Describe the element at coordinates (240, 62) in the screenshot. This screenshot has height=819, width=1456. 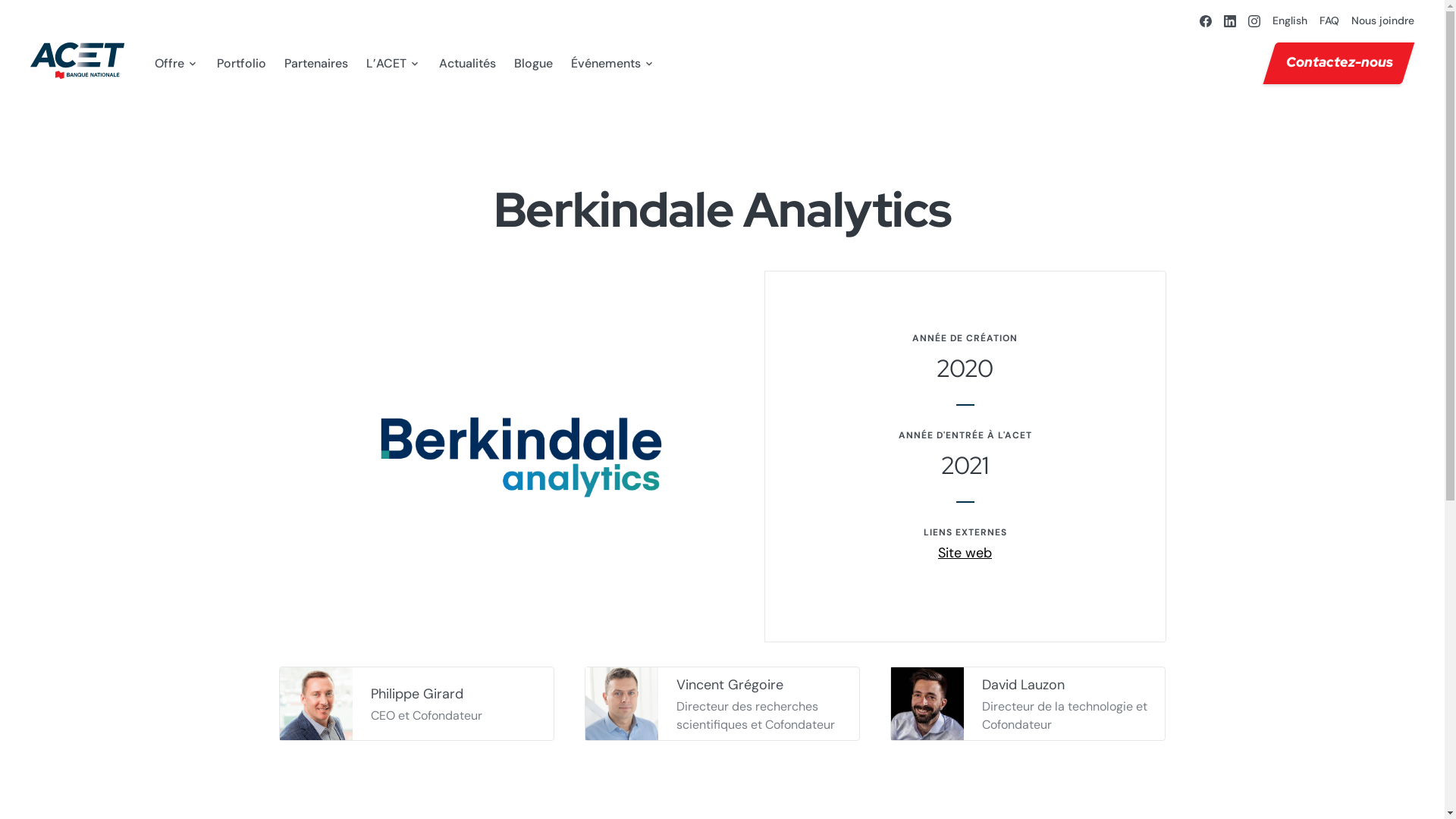
I see `'Portfolio'` at that location.